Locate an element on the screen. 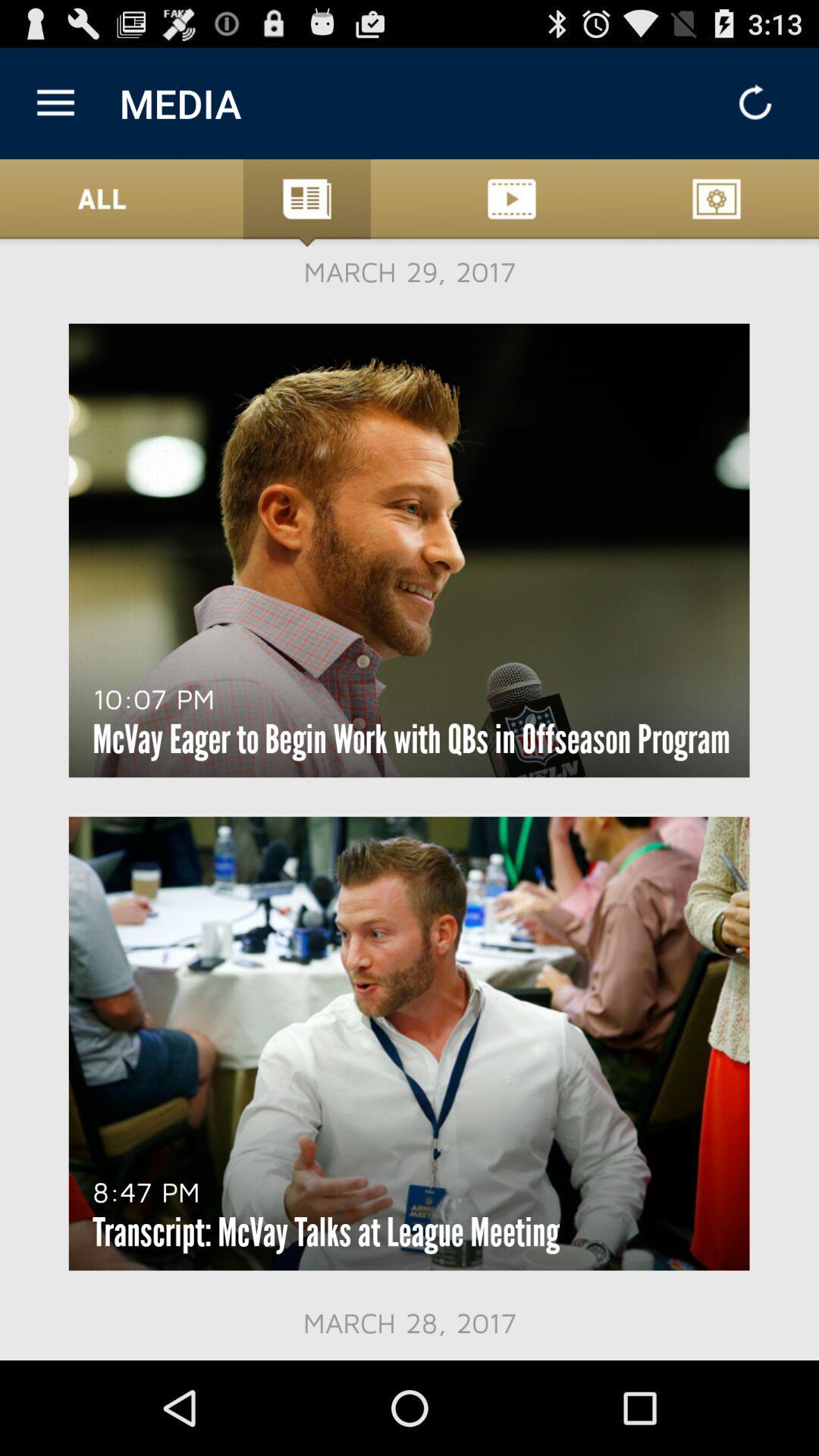  the icon below march 29, 2017 item is located at coordinates (153, 698).